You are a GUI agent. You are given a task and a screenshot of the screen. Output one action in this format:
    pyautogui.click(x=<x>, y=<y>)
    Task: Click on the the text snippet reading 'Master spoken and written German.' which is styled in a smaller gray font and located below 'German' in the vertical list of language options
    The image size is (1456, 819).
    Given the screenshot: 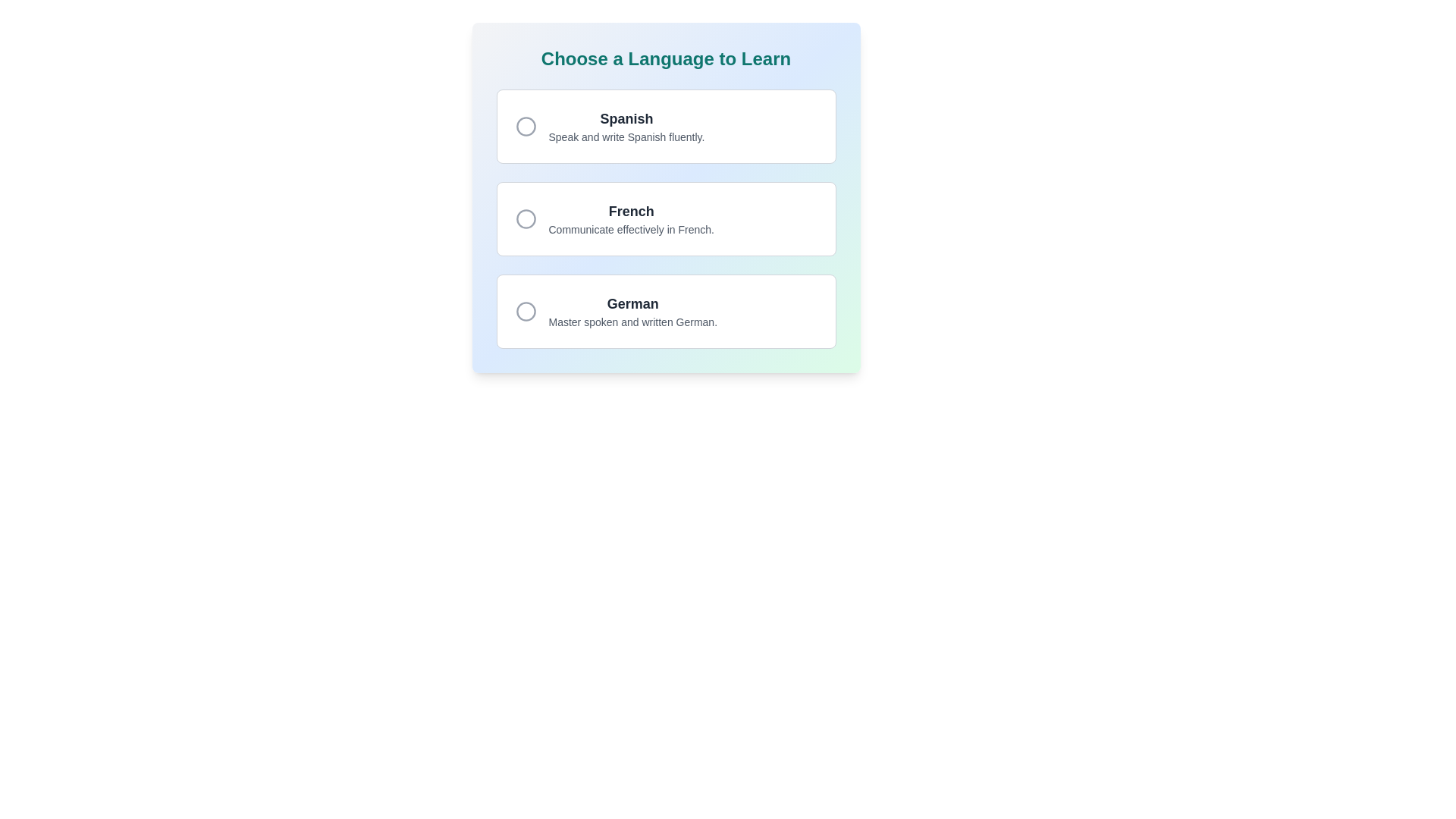 What is the action you would take?
    pyautogui.click(x=632, y=321)
    